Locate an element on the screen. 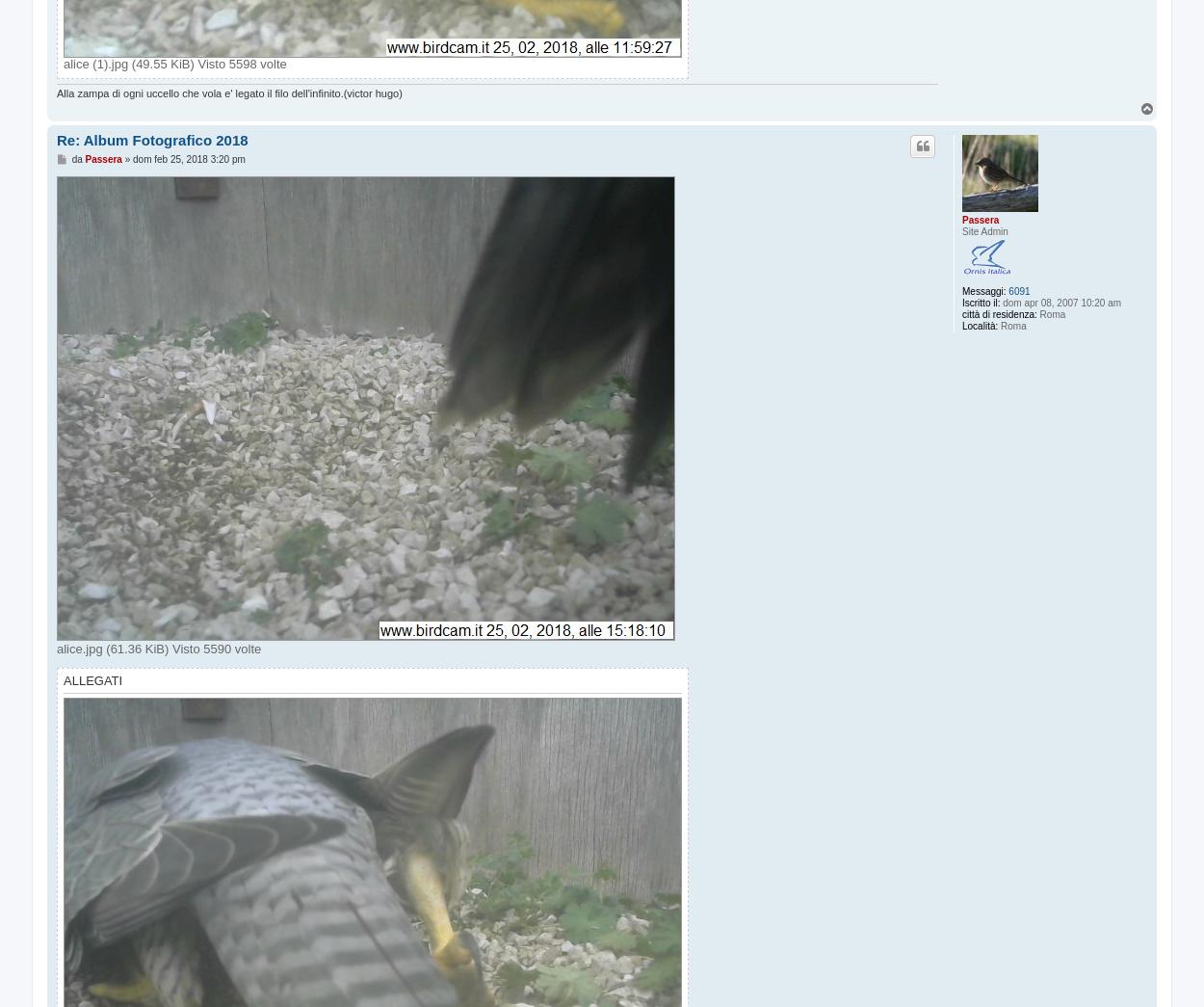 This screenshot has width=1204, height=1007. 'da' is located at coordinates (70, 157).